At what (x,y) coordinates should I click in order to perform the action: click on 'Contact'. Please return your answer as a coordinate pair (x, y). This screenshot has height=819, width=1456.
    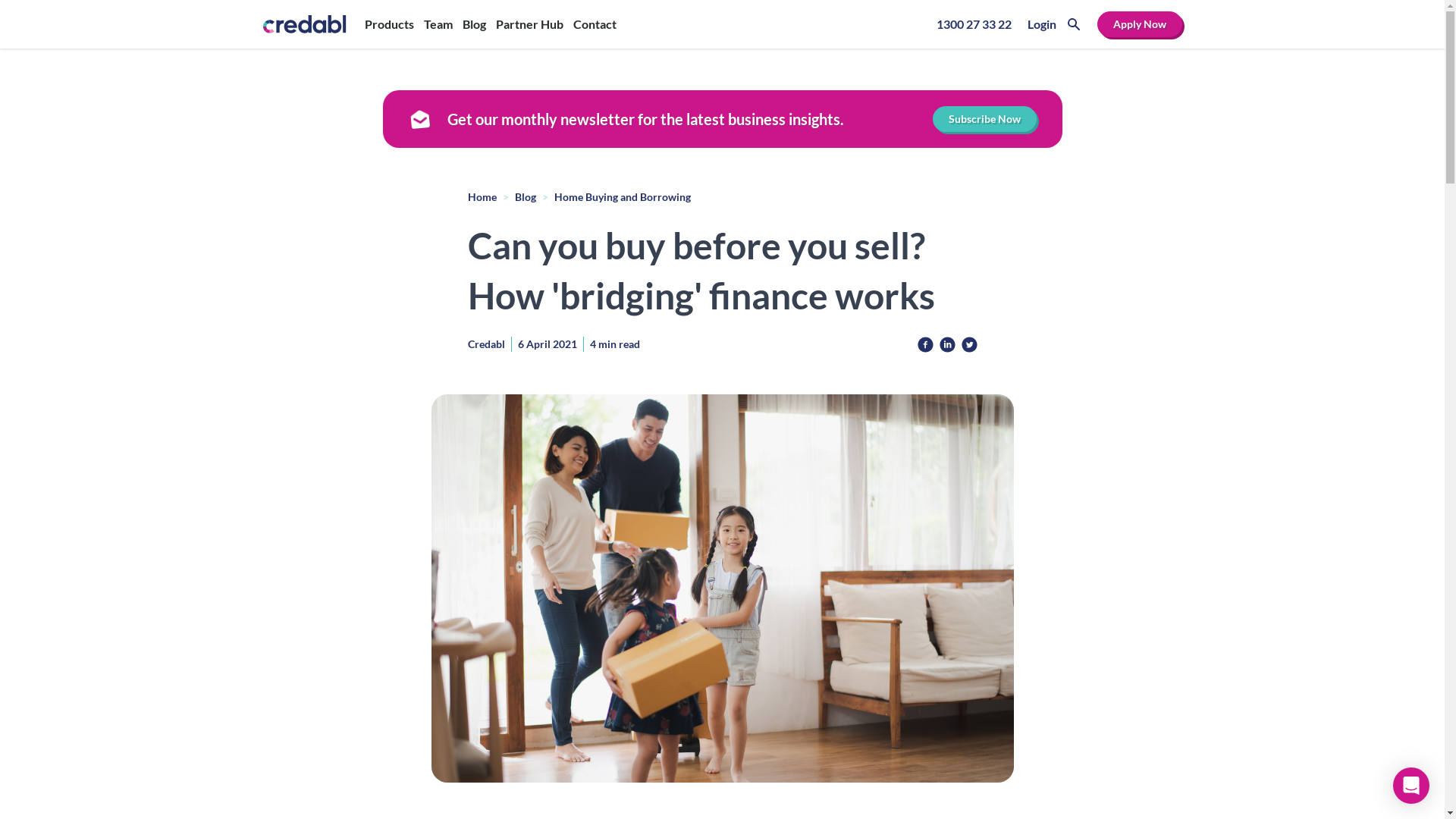
    Looking at the image, I should click on (572, 24).